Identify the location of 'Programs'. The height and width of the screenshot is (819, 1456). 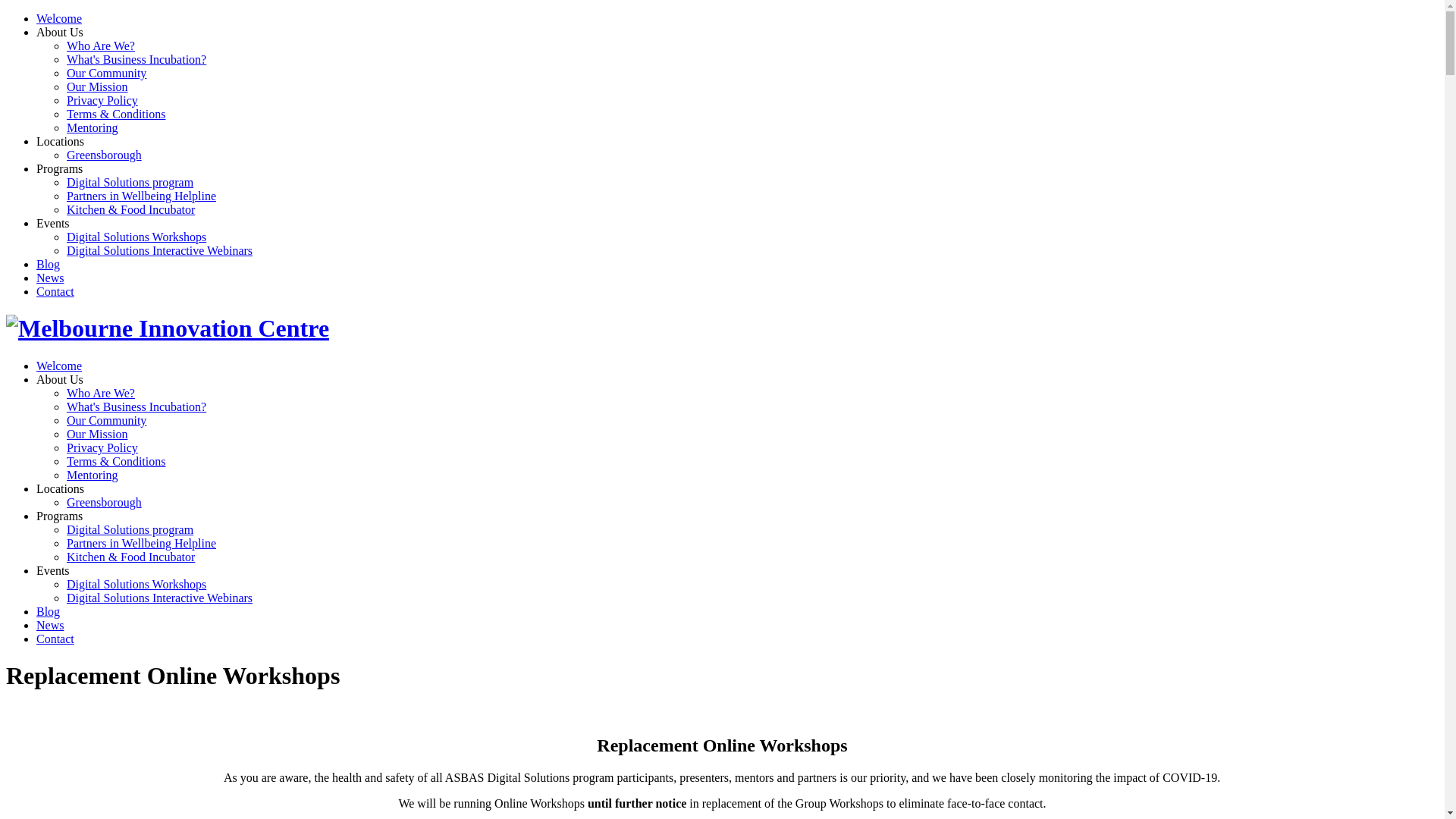
(59, 168).